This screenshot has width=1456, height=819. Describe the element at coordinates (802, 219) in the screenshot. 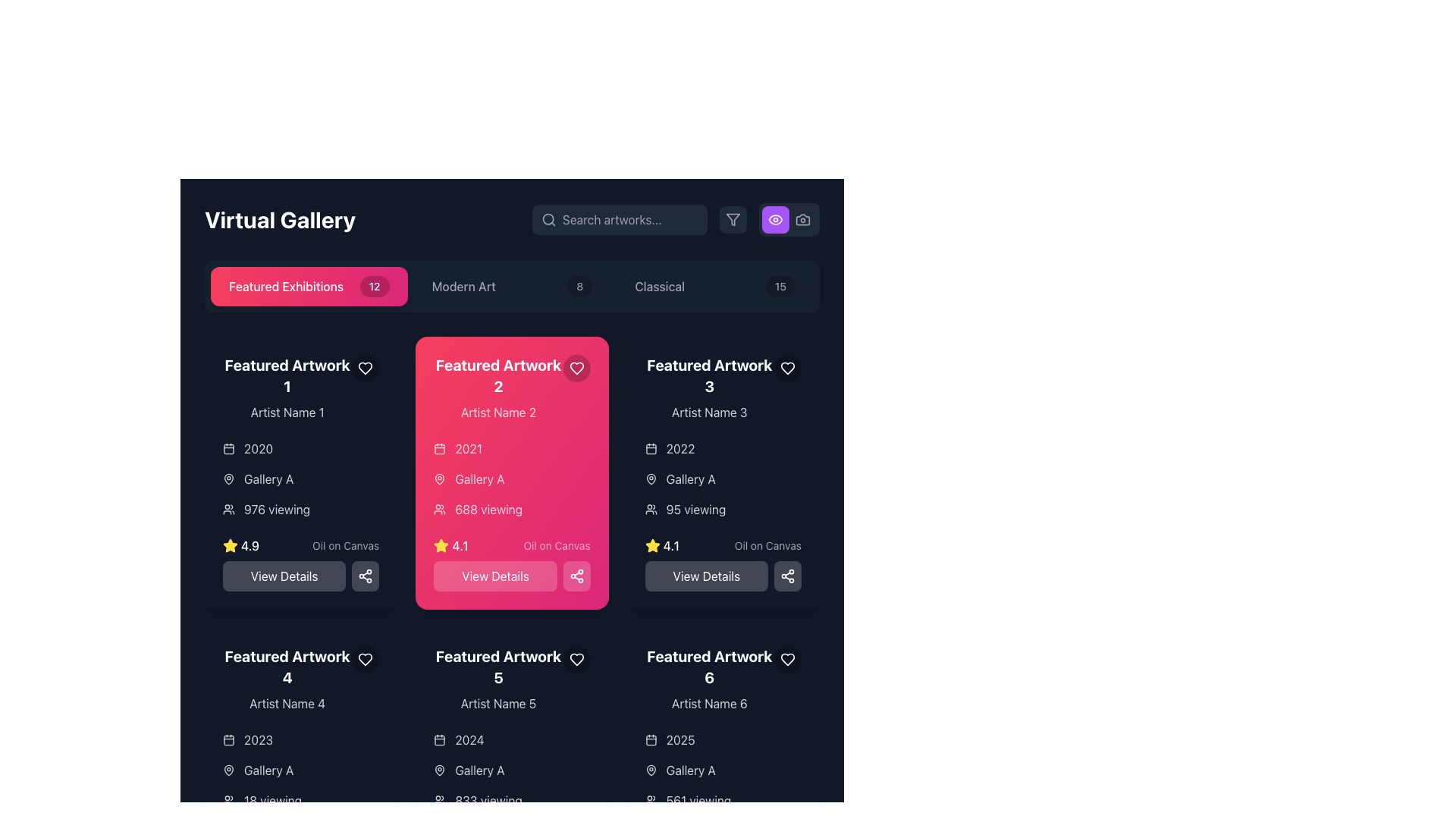

I see `the camera button located at the top-right corner of the interface, which is the second button in a horizontal arrangement of buttons` at that location.